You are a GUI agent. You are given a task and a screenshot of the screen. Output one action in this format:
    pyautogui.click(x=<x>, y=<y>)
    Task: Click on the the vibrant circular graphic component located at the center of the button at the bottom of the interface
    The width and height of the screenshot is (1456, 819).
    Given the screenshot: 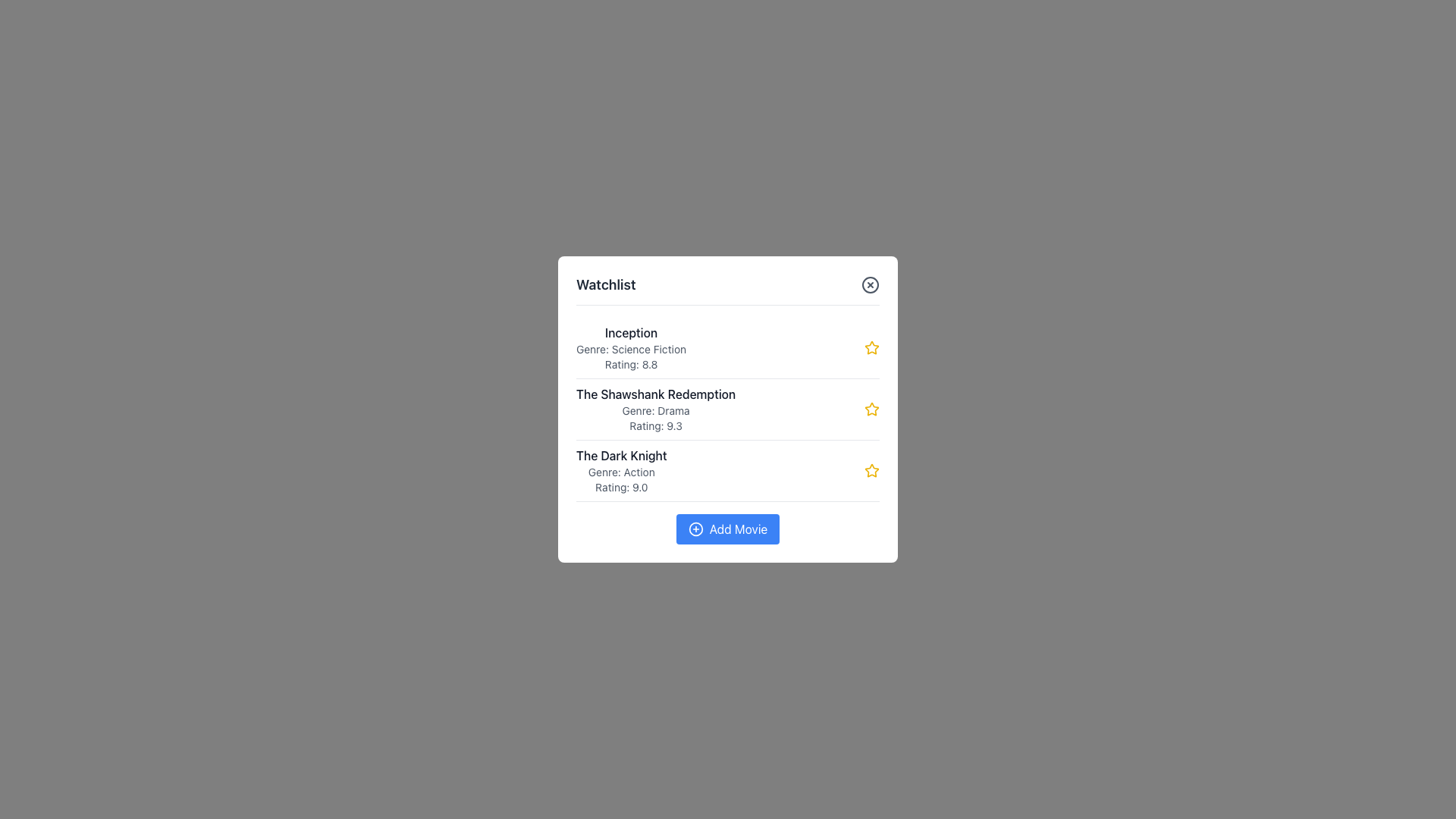 What is the action you would take?
    pyautogui.click(x=695, y=529)
    